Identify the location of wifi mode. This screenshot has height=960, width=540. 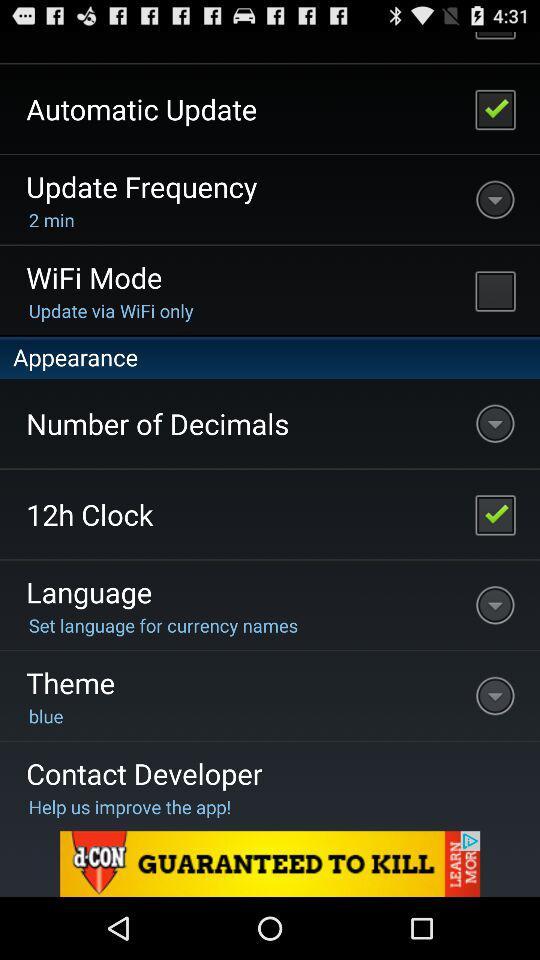
(494, 289).